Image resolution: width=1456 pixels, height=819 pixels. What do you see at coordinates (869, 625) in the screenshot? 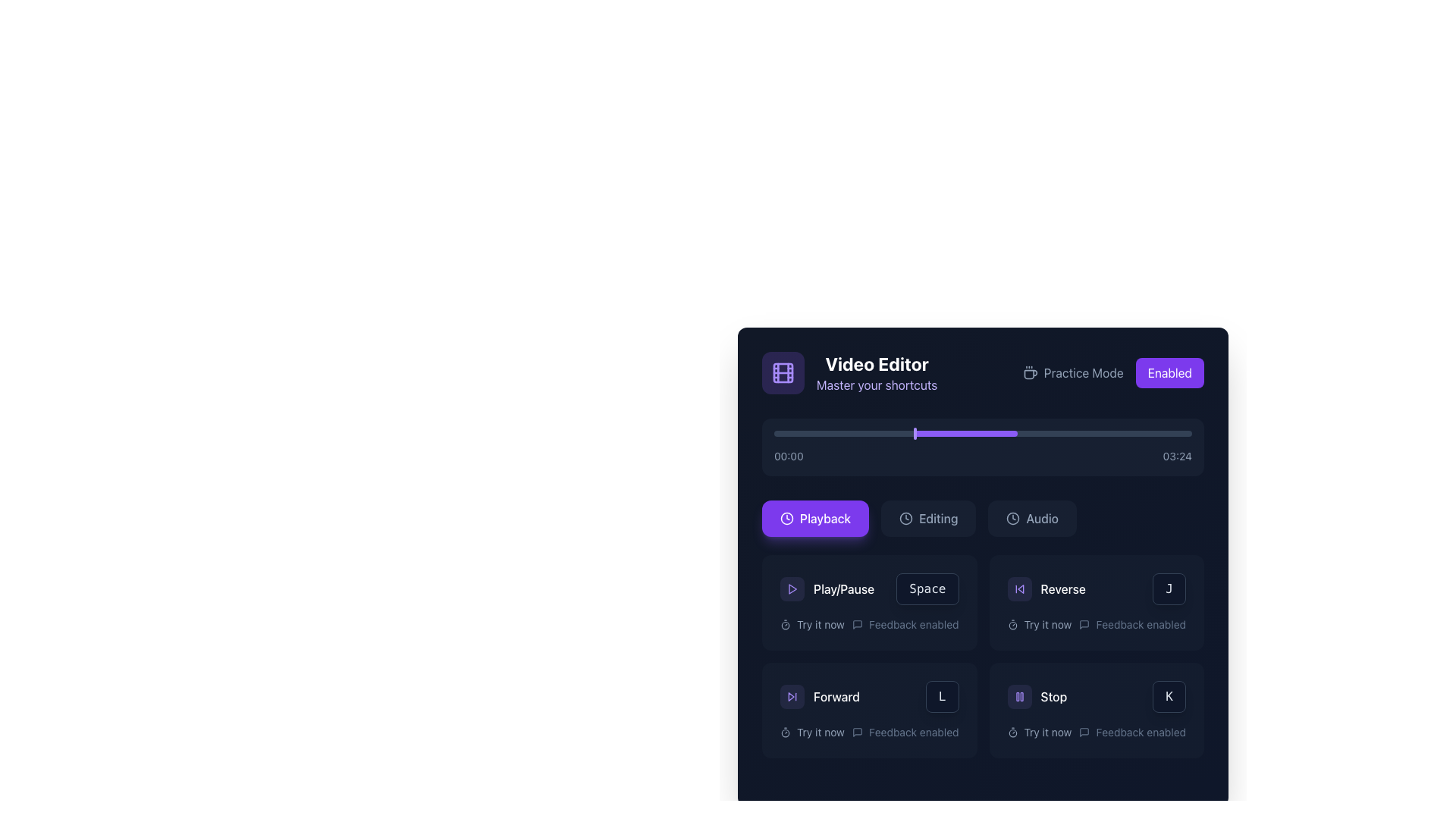
I see `the 'Try it now' button in the text display featuring 'Try it now' and 'Feedback enabled', located under the 'Video Editor' section, below the 'Play/Pause' and 'Space' buttons` at bounding box center [869, 625].